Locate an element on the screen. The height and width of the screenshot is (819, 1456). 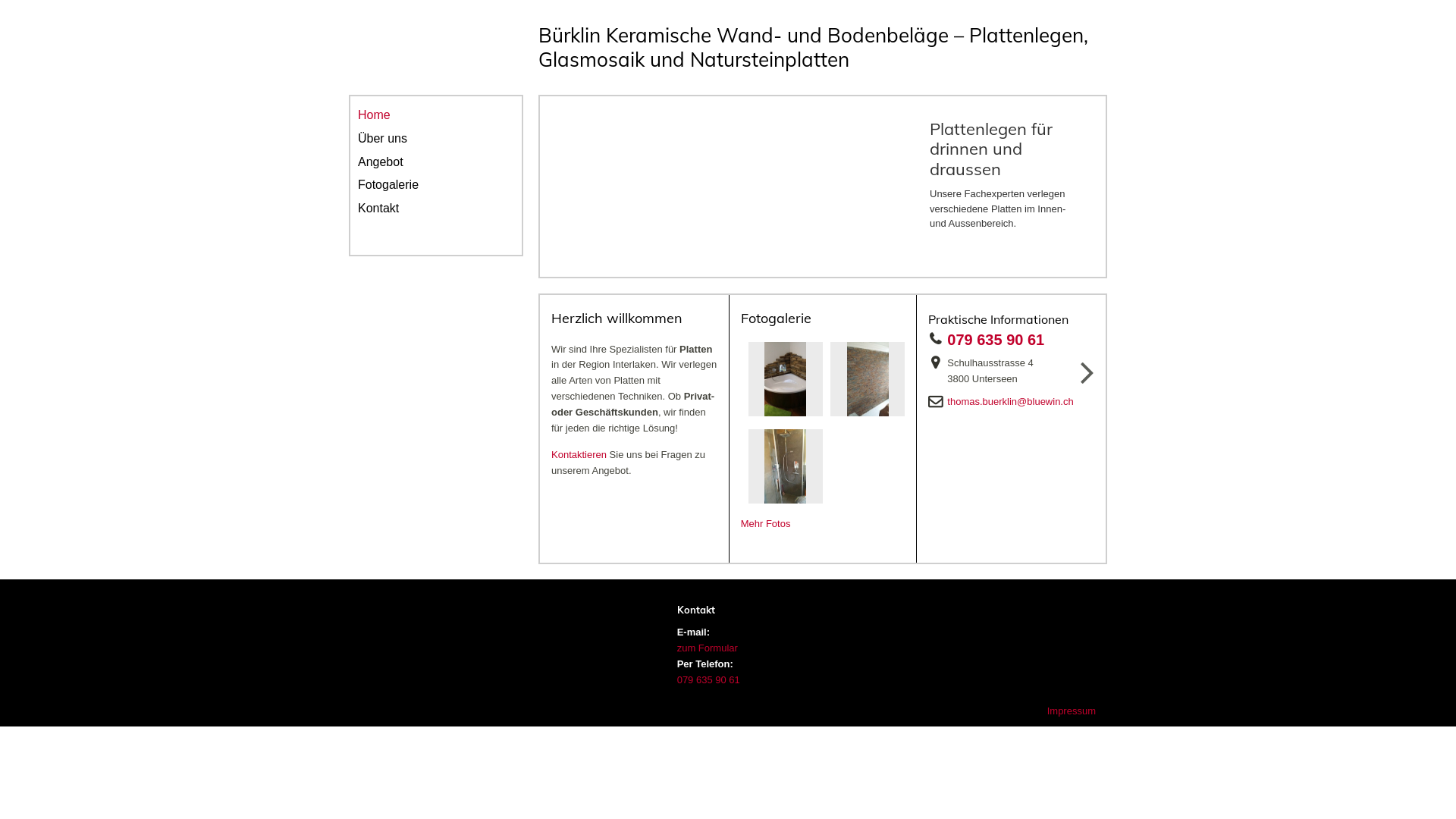
'Kontaktieren' is located at coordinates (578, 453).